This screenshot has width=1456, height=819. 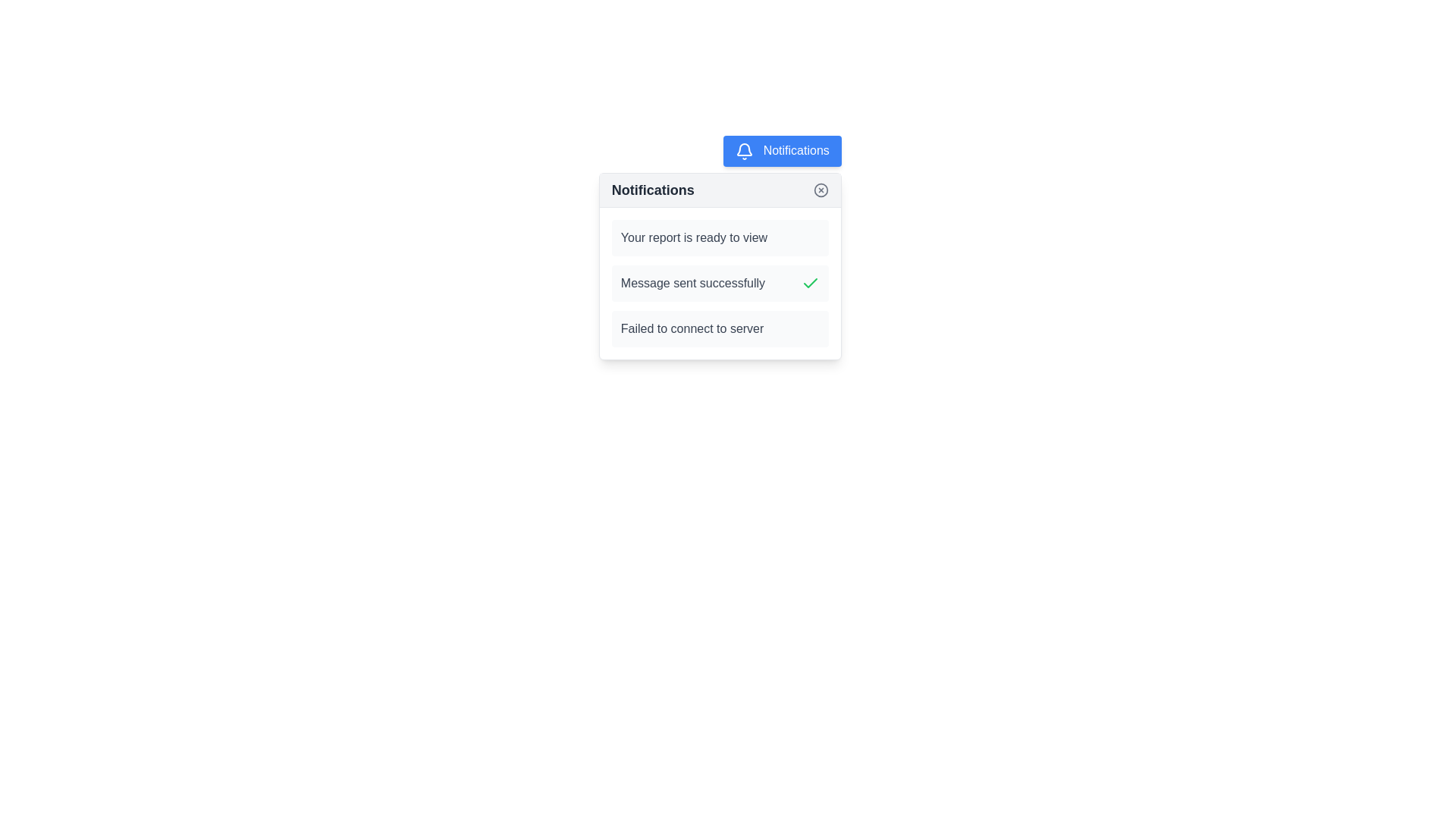 What do you see at coordinates (719, 328) in the screenshot?
I see `the static notification block displaying the text 'Failed to connect to server', which is styled as a light gray rectangular block with a rounded border, located at the bottom of the notification list` at bounding box center [719, 328].